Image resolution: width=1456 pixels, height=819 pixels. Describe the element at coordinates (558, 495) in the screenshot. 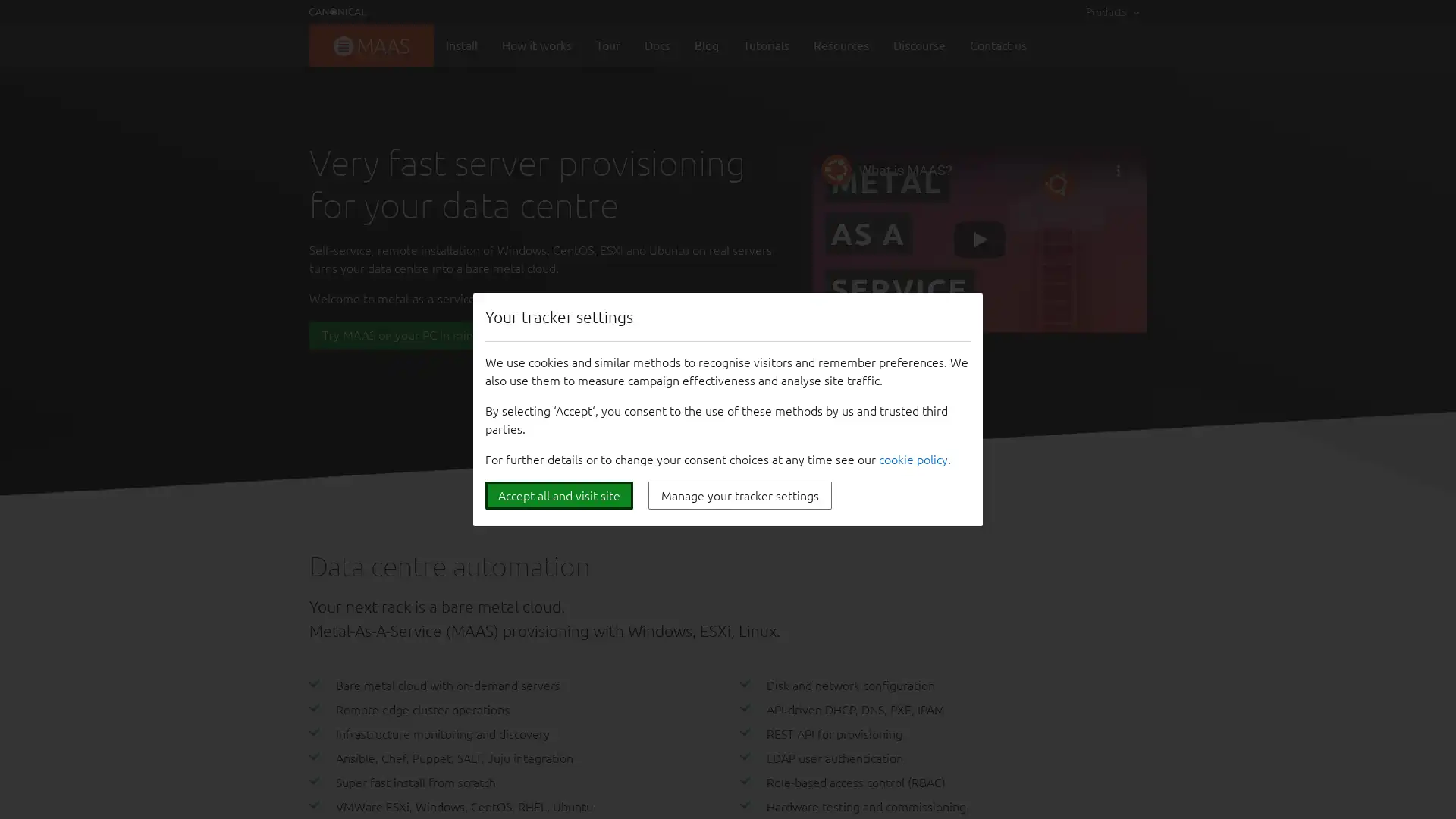

I see `Accept all and visit site` at that location.